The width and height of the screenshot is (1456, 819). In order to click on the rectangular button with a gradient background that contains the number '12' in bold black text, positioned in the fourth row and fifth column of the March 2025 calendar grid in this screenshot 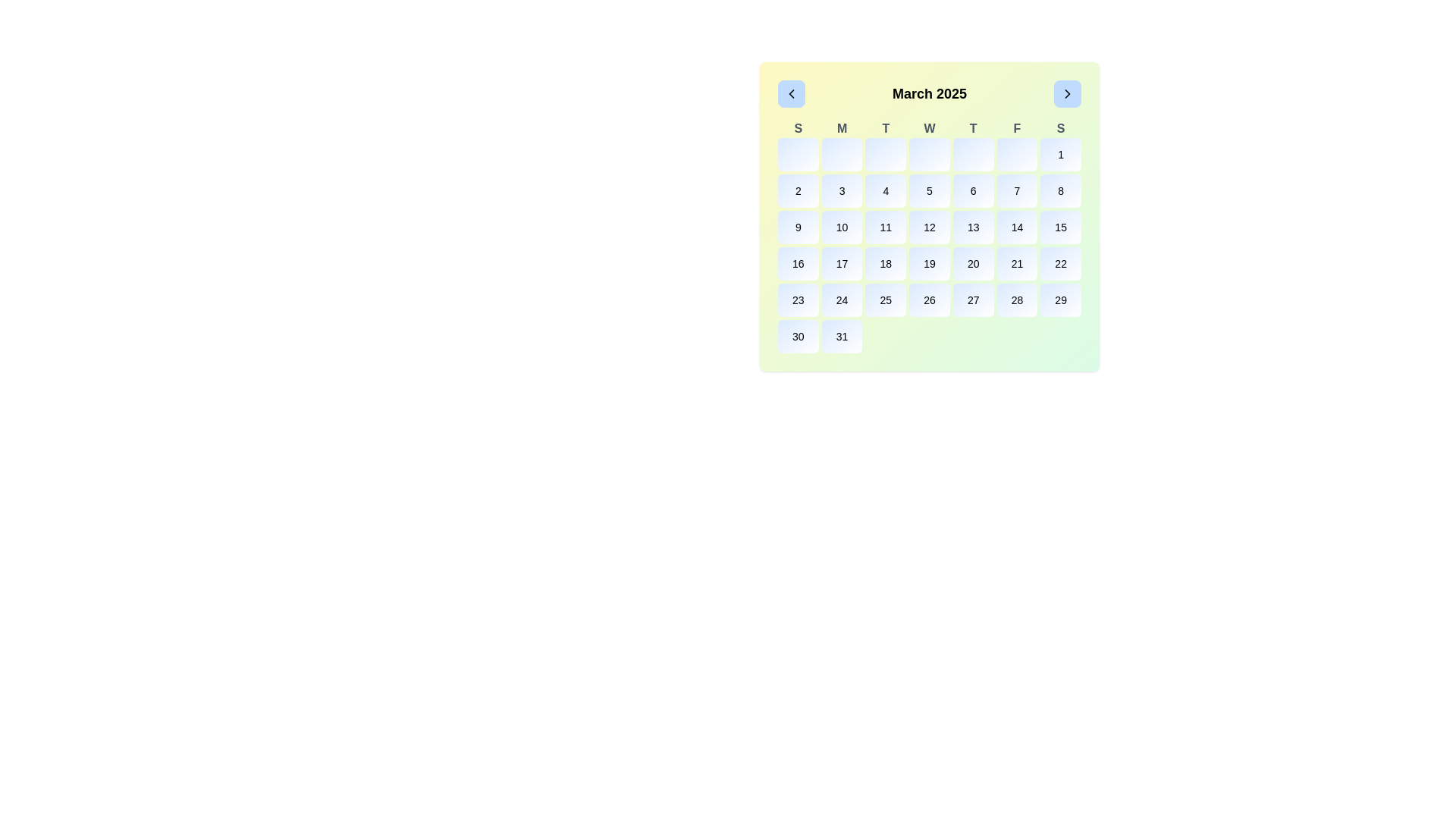, I will do `click(928, 227)`.